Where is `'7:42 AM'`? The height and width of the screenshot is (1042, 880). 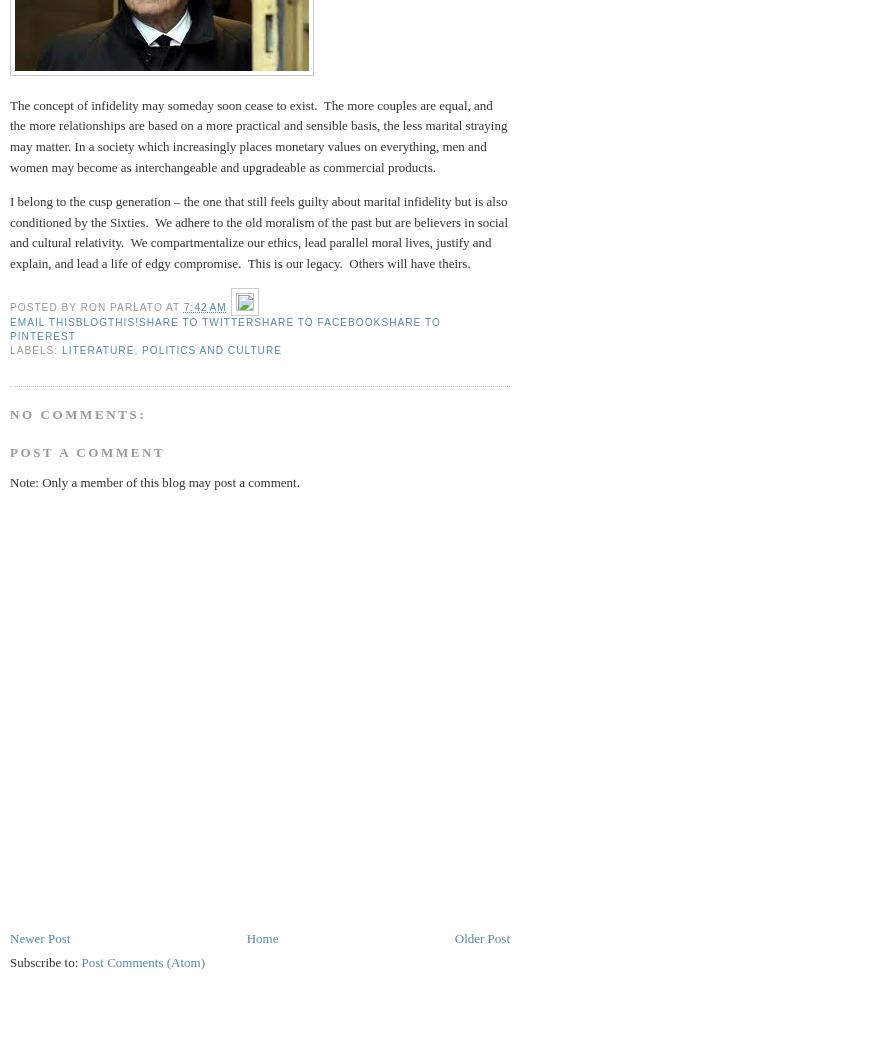 '7:42 AM' is located at coordinates (204, 307).